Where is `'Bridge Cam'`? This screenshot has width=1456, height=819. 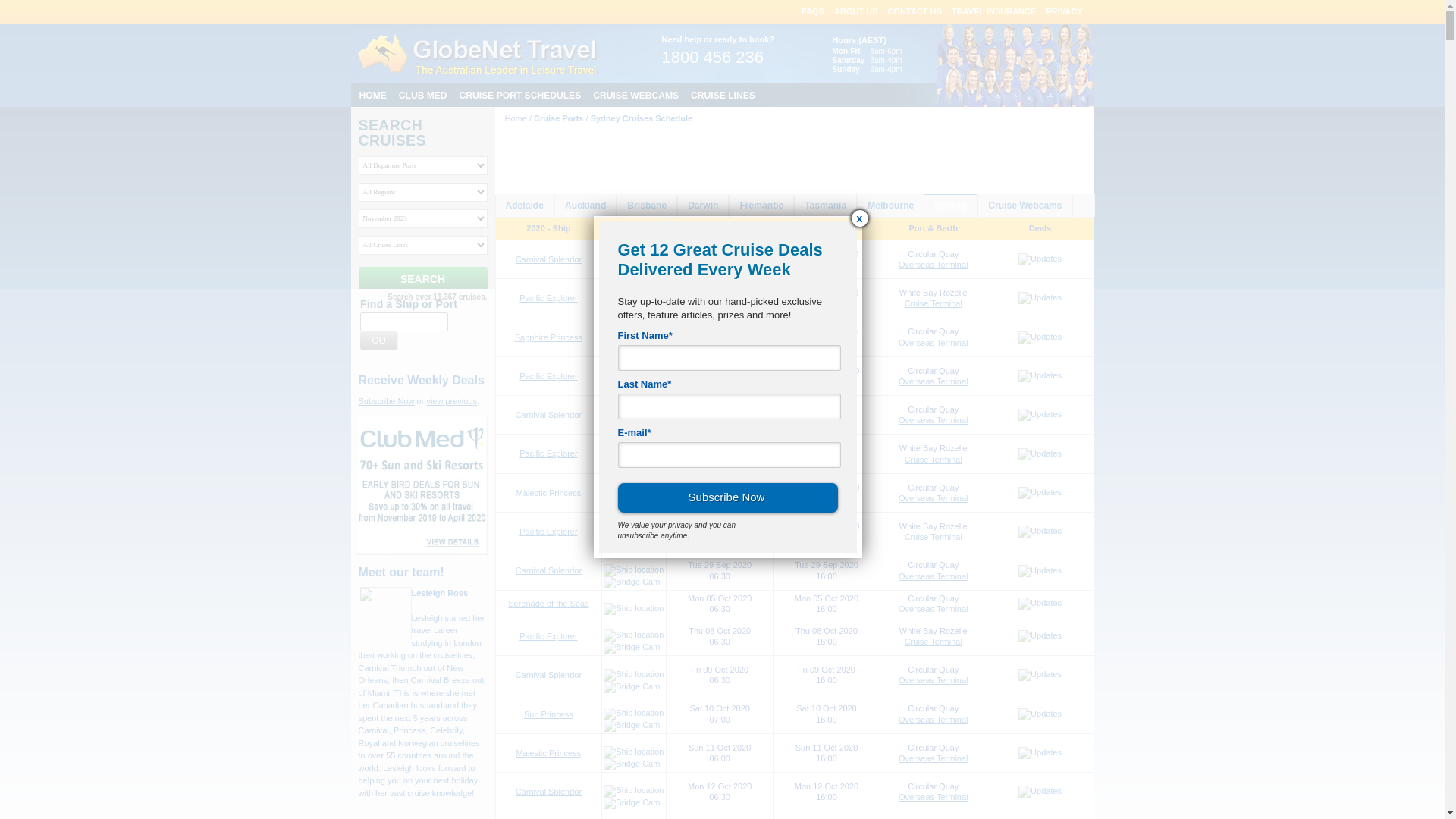 'Bridge Cam' is located at coordinates (632, 464).